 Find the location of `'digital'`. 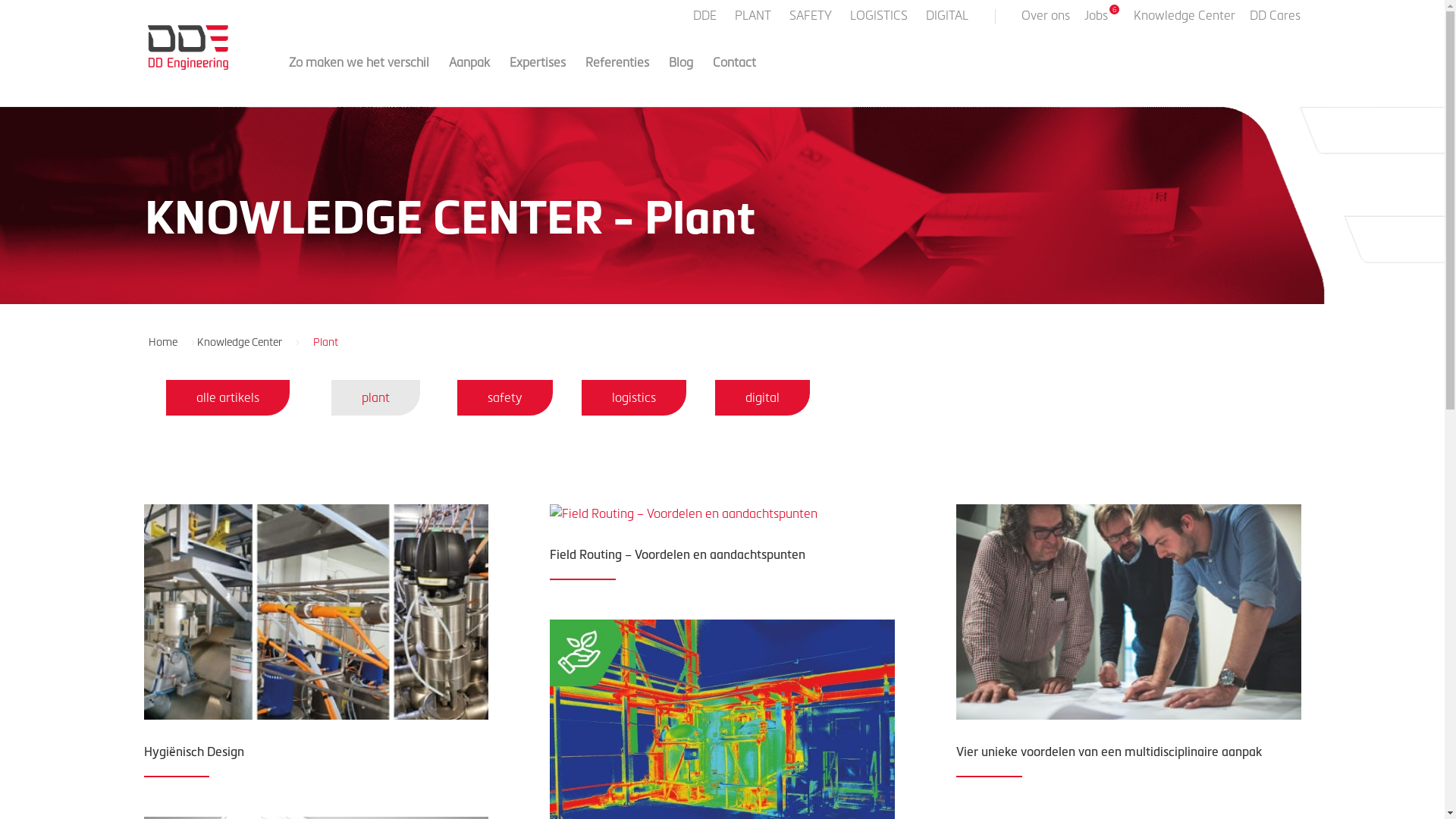

'digital' is located at coordinates (762, 397).